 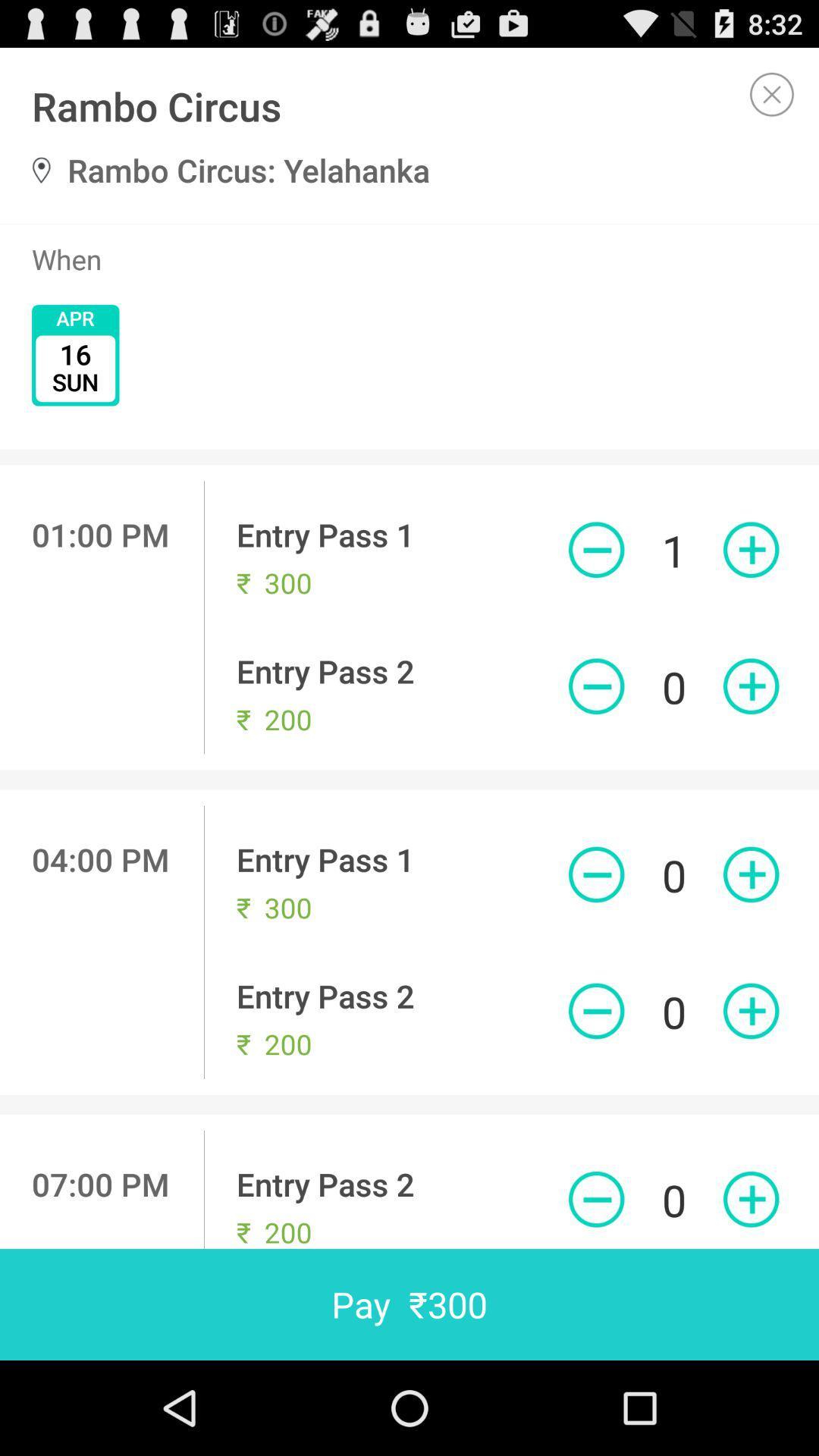 I want to click on an entry pass, so click(x=751, y=1011).